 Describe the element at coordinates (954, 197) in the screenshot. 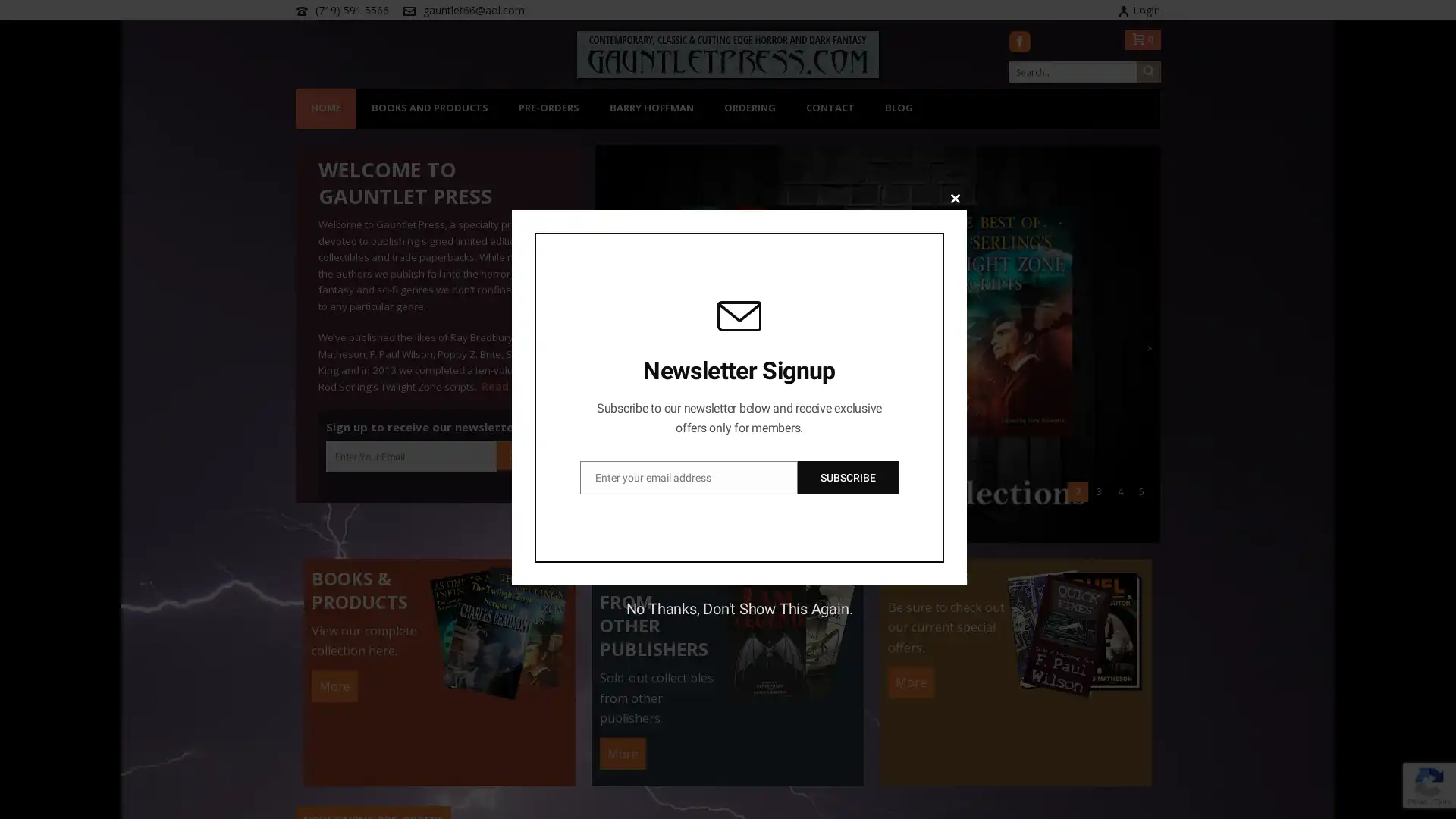

I see `Close this module` at that location.